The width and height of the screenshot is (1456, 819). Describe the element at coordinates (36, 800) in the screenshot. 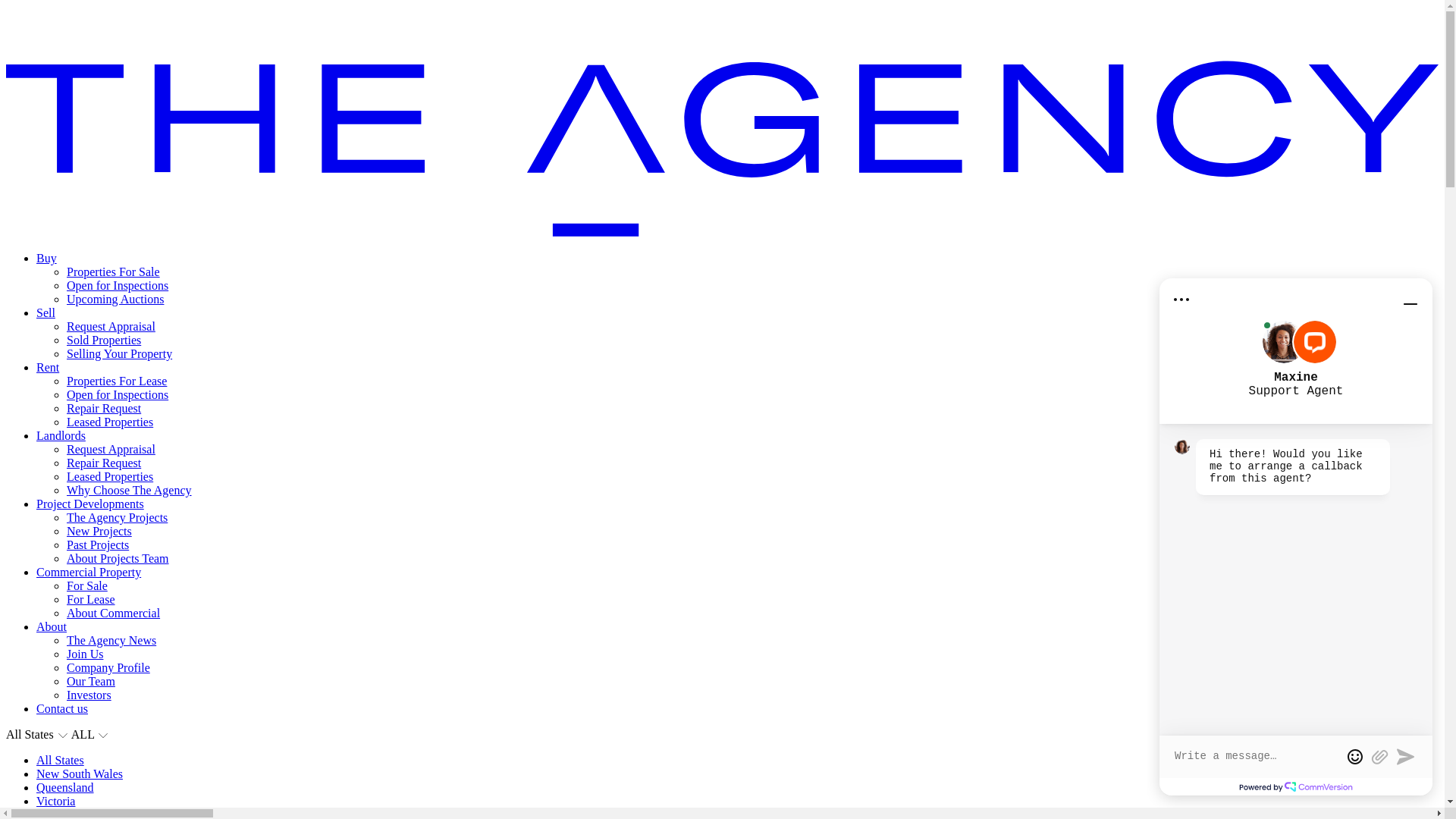

I see `'Victoria'` at that location.